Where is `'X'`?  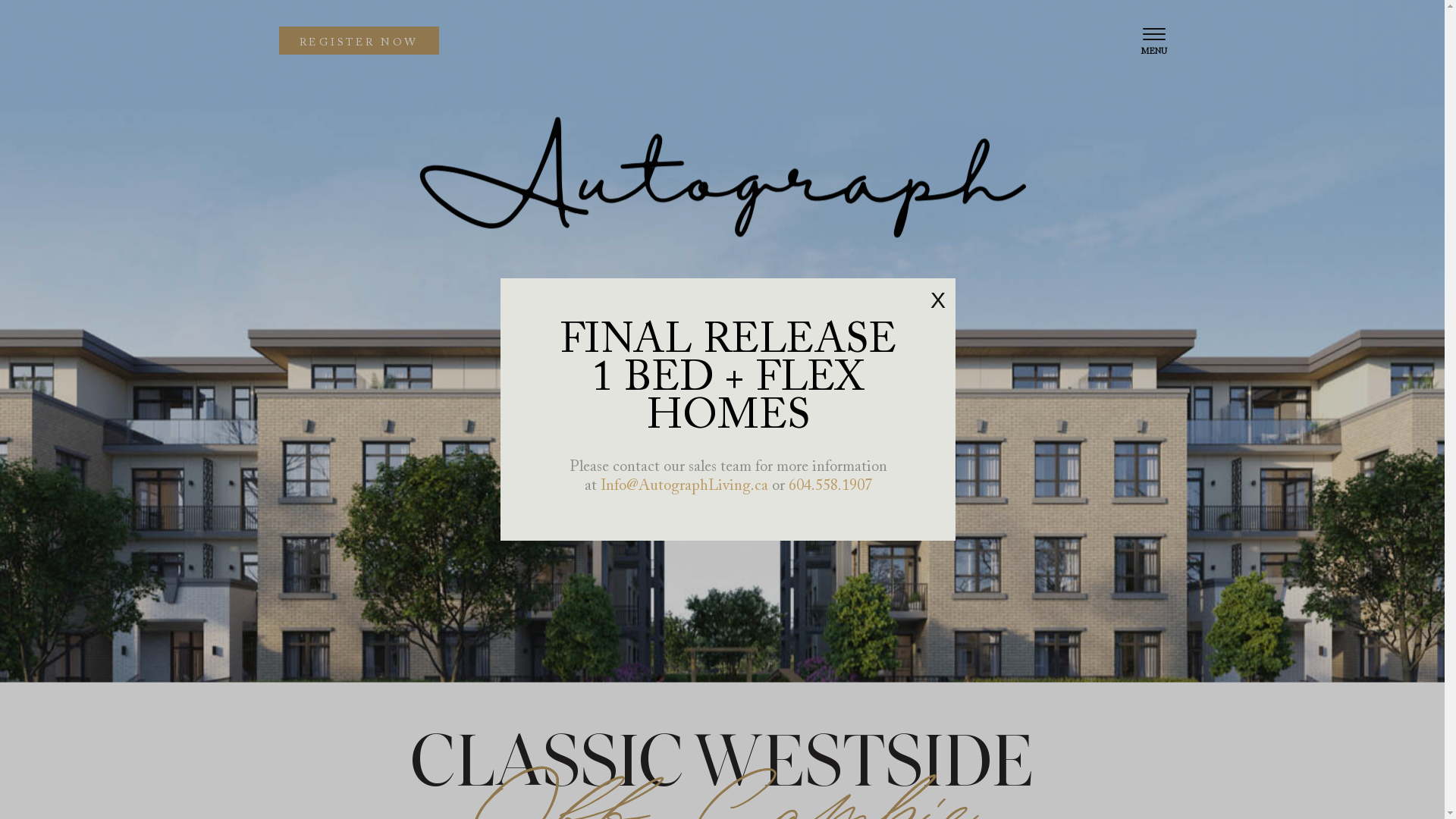
'X' is located at coordinates (937, 300).